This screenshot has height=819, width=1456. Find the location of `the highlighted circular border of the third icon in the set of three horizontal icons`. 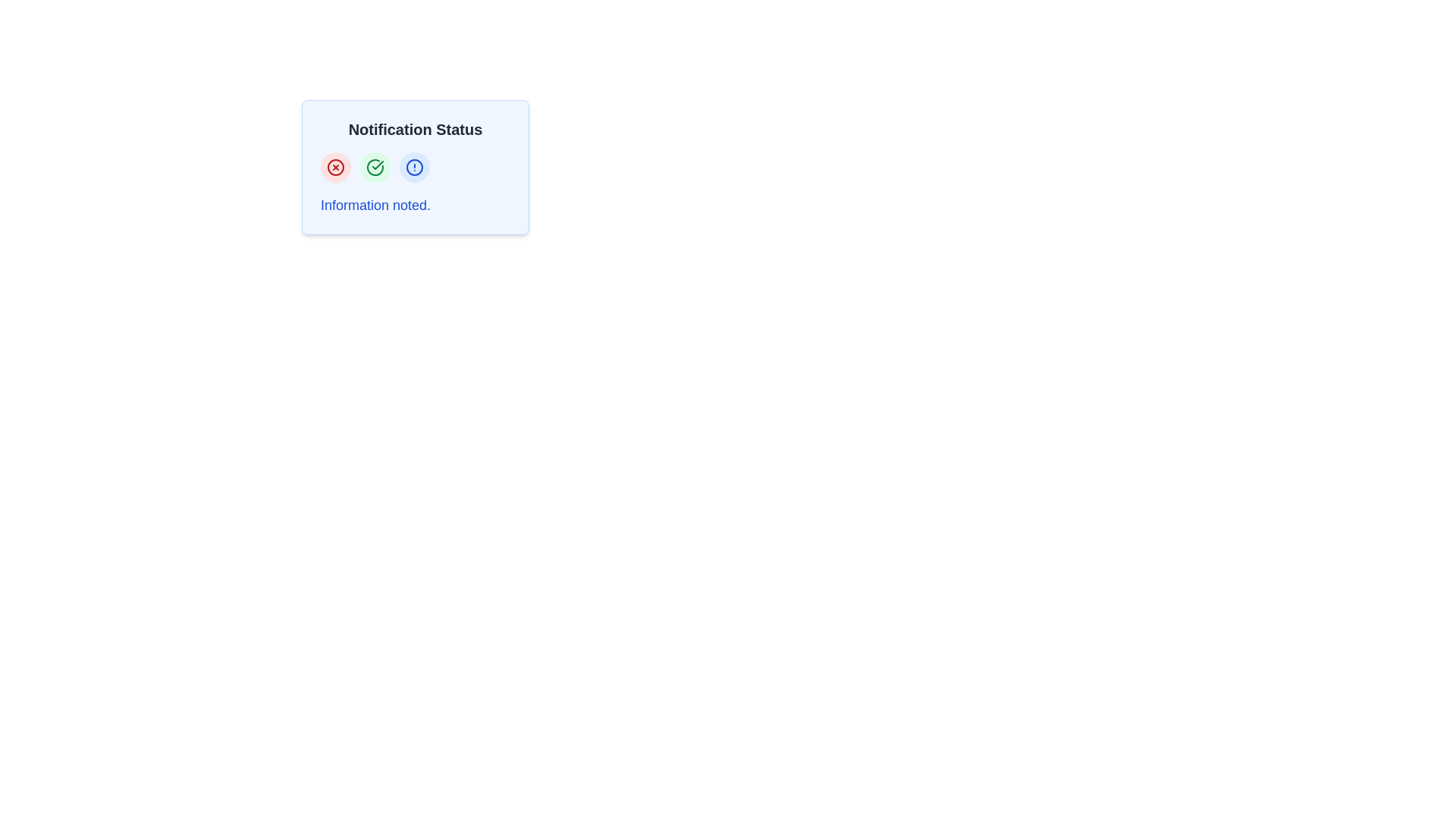

the highlighted circular border of the third icon in the set of three horizontal icons is located at coordinates (415, 167).